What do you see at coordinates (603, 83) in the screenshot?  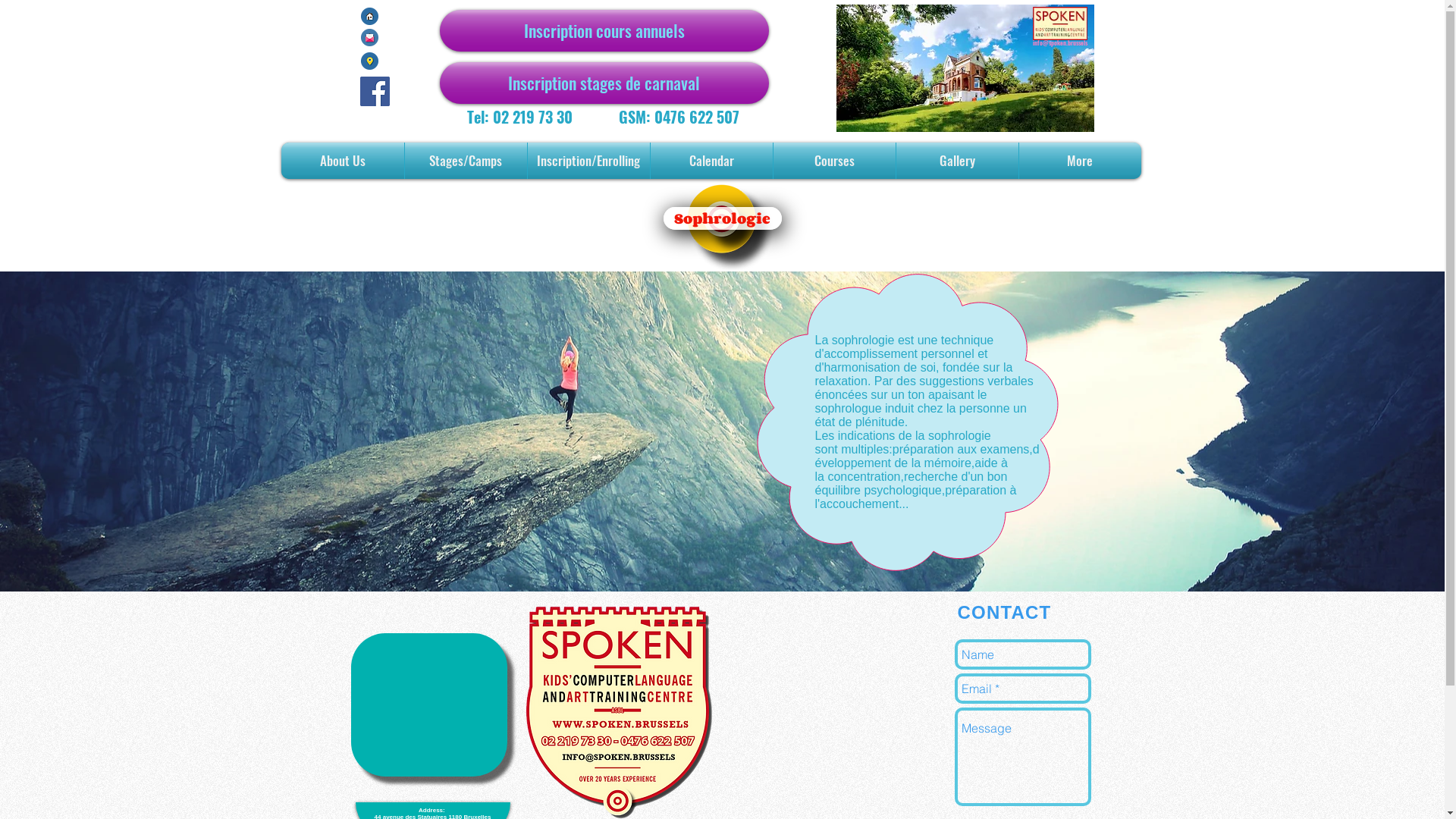 I see `'Inscription stages de carnaval'` at bounding box center [603, 83].